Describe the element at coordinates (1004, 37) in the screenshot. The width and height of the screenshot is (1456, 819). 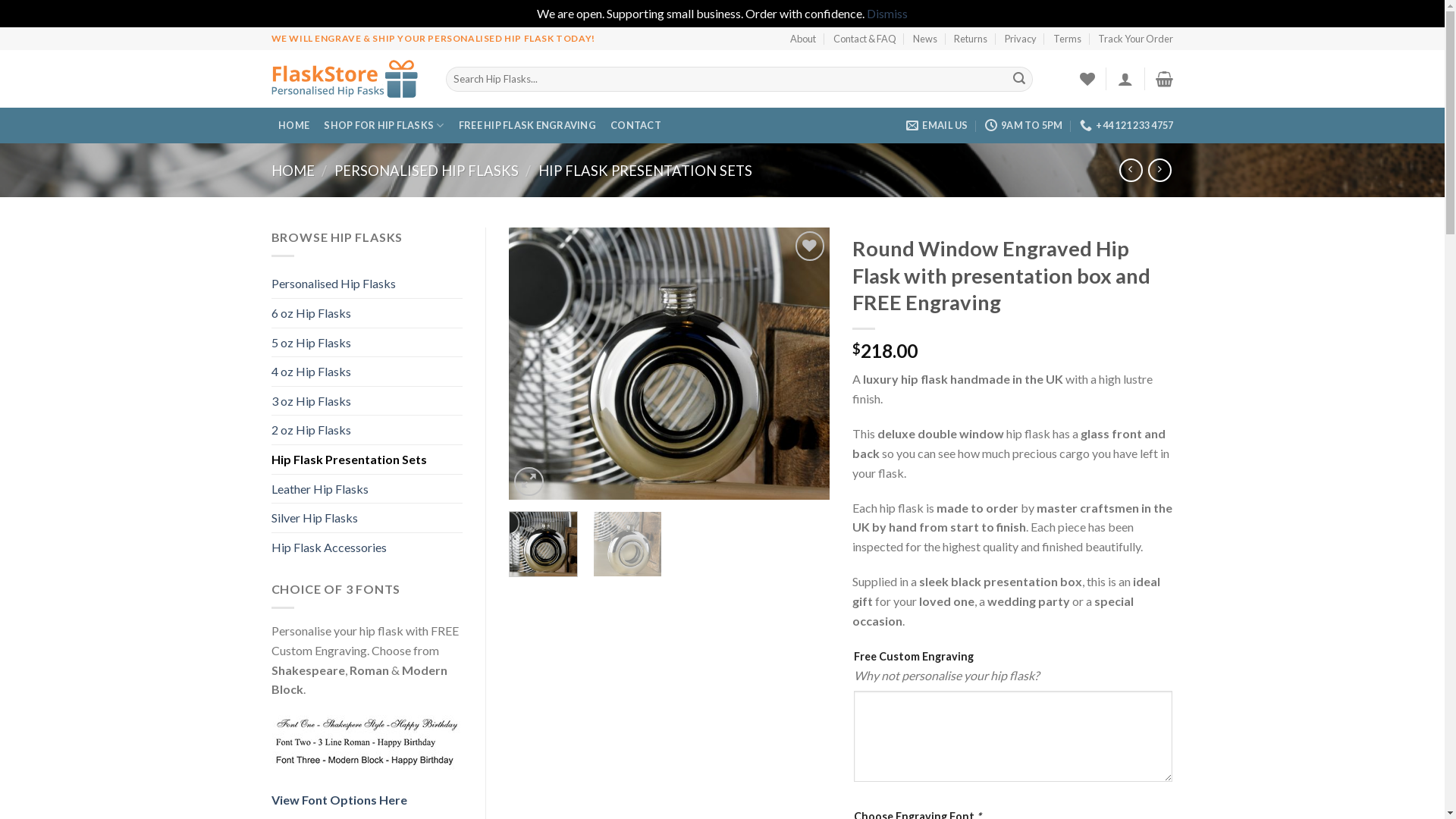
I see `'Privacy'` at that location.